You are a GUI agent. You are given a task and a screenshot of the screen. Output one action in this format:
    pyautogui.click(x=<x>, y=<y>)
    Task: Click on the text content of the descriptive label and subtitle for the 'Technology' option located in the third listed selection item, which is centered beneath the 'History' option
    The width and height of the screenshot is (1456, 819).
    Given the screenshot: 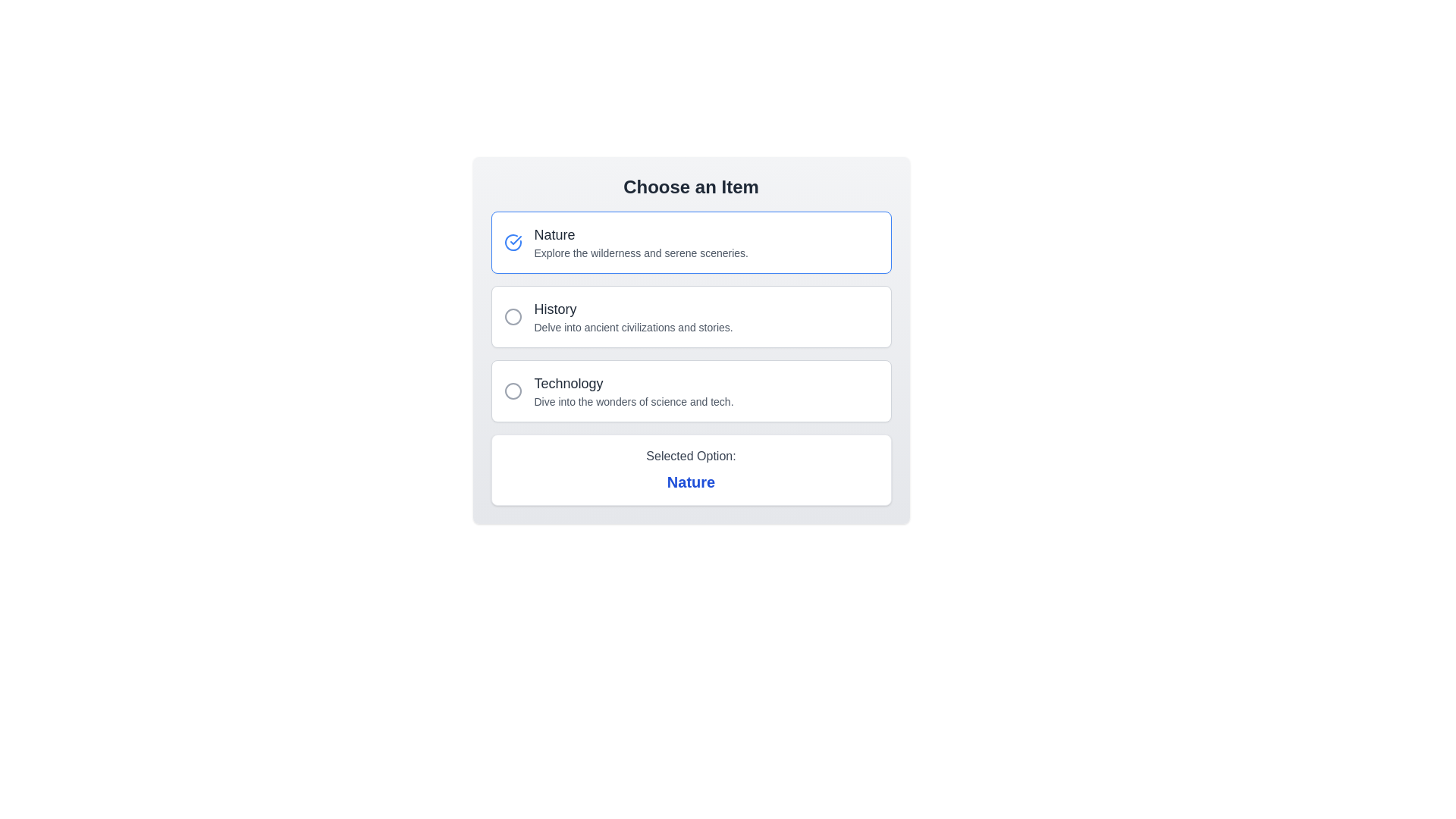 What is the action you would take?
    pyautogui.click(x=633, y=391)
    